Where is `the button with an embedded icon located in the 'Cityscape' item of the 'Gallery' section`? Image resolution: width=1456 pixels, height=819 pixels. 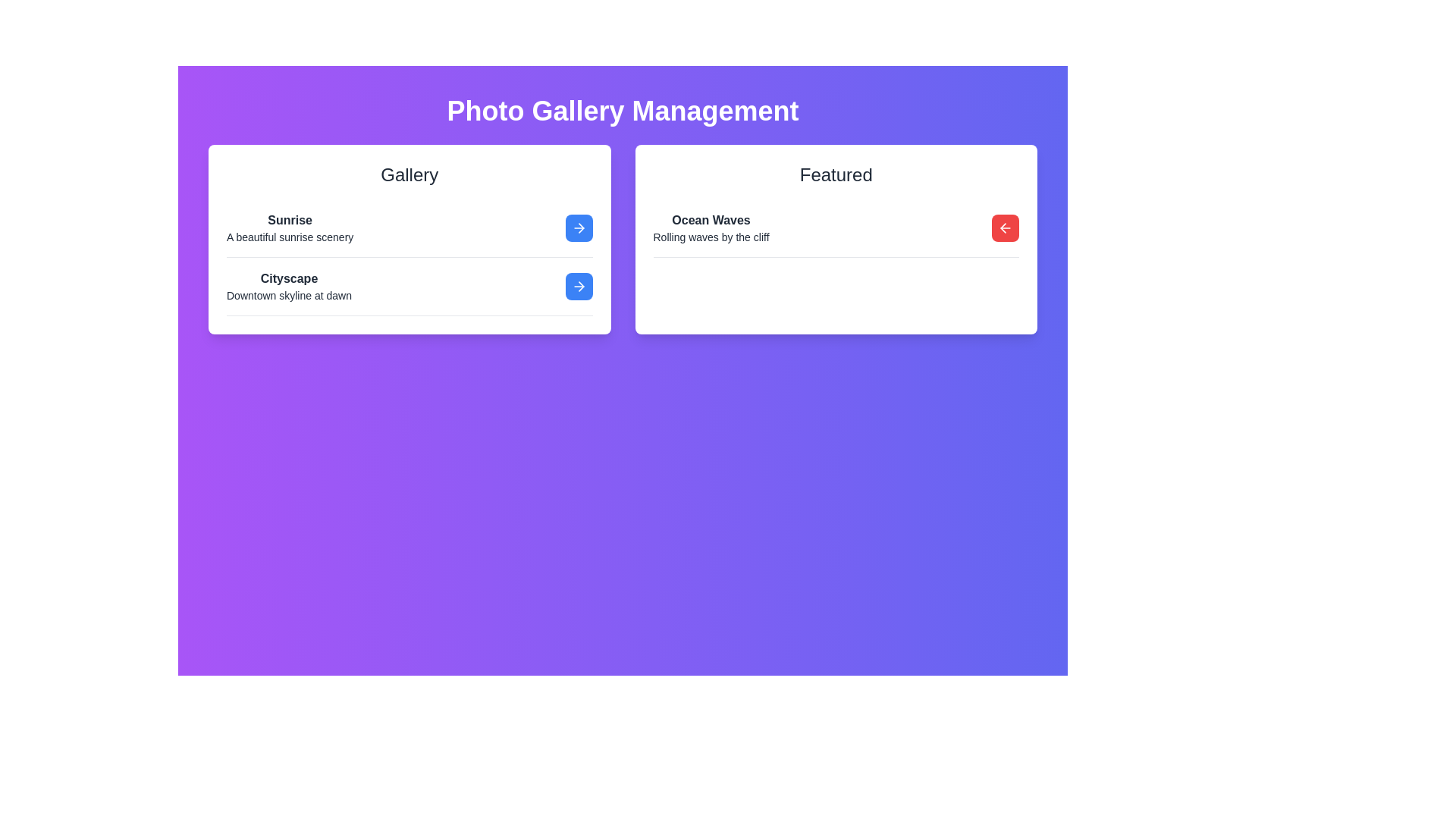 the button with an embedded icon located in the 'Cityscape' item of the 'Gallery' section is located at coordinates (578, 287).